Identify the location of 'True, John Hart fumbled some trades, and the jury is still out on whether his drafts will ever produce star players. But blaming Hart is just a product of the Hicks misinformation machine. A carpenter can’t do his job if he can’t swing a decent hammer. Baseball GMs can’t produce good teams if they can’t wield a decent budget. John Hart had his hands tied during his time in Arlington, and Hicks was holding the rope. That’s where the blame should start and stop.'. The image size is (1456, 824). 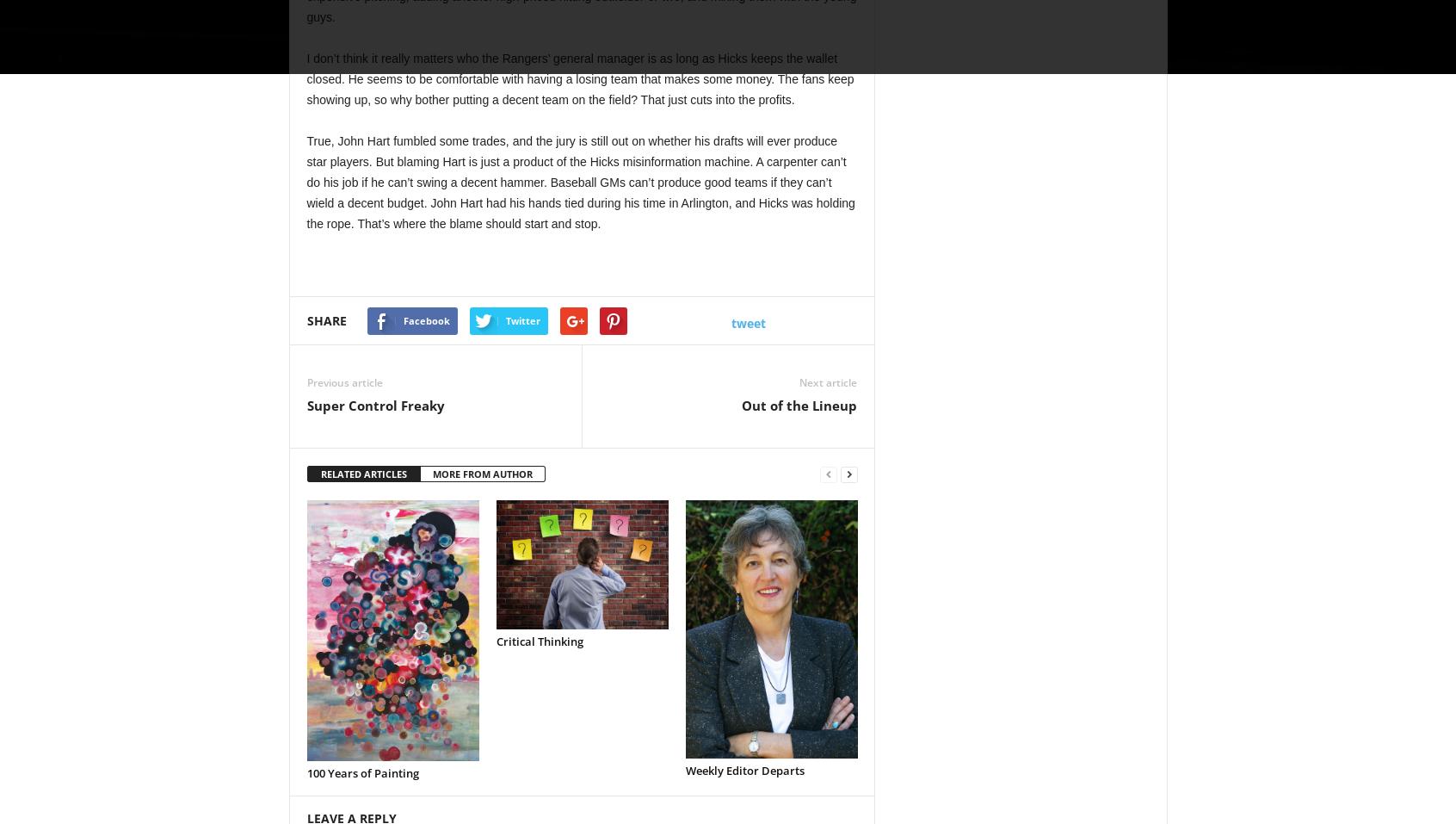
(580, 181).